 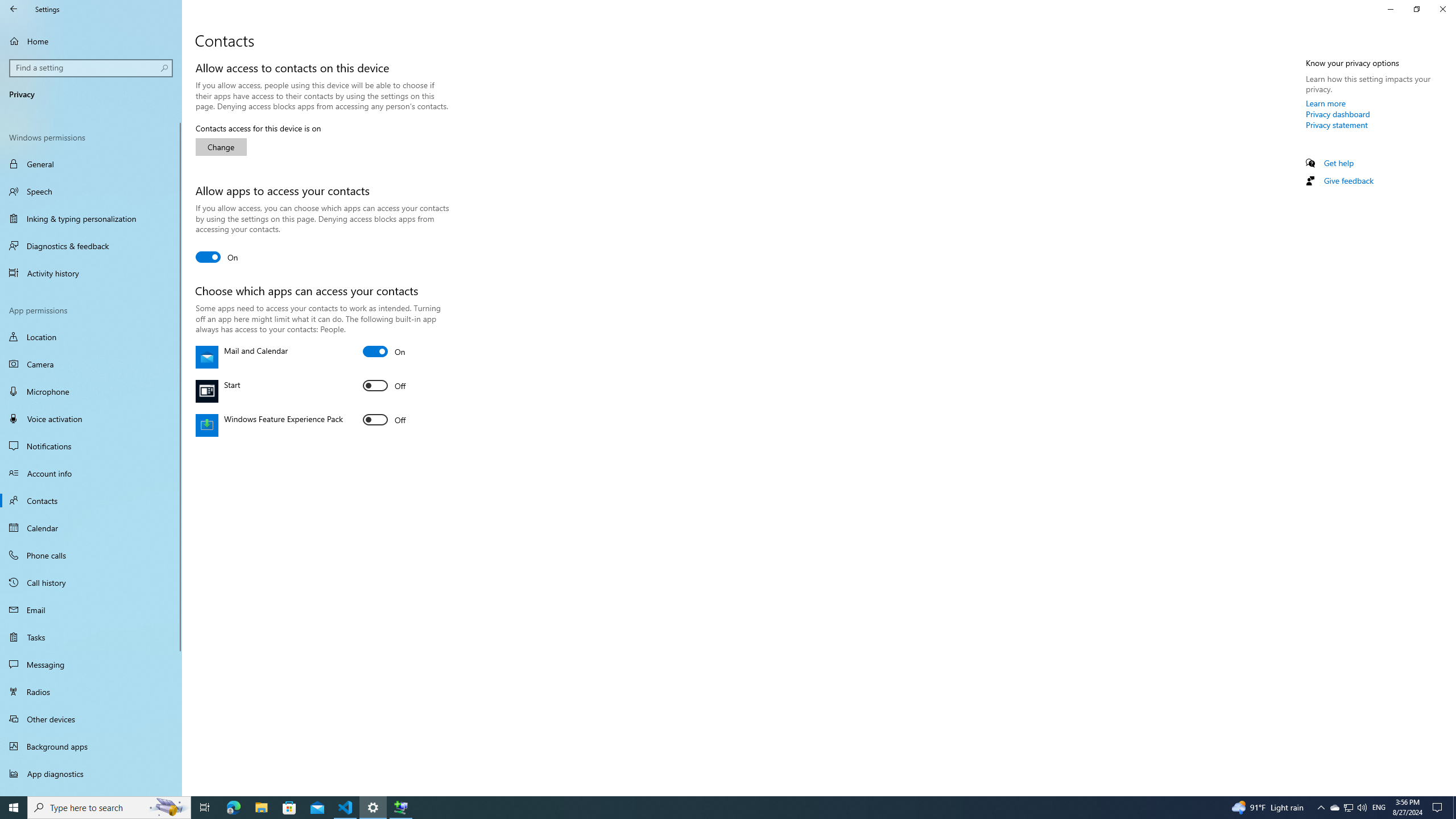 What do you see at coordinates (90, 246) in the screenshot?
I see `'Diagnostics & feedback'` at bounding box center [90, 246].